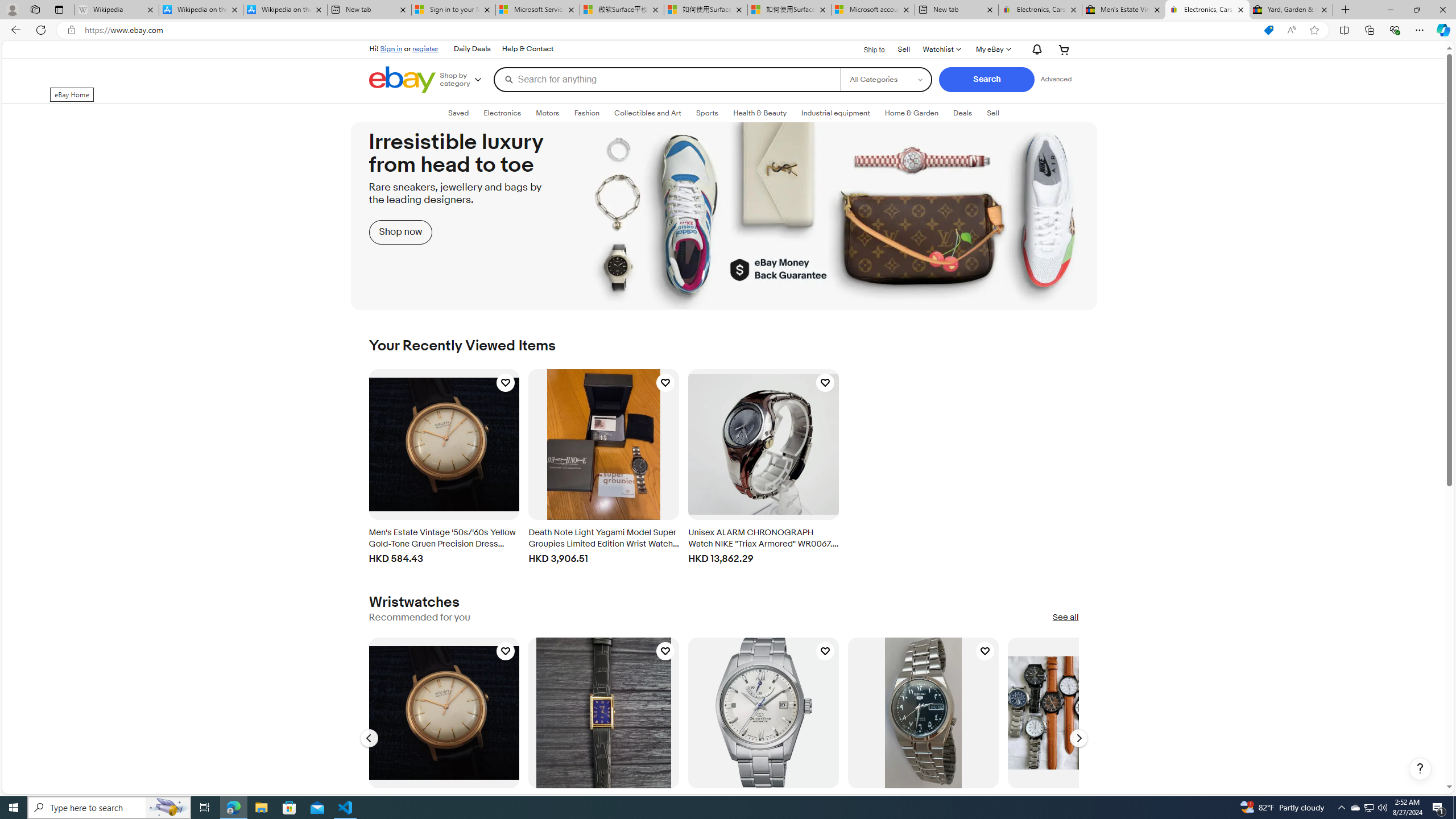 The image size is (1456, 819). Describe the element at coordinates (471, 48) in the screenshot. I see `'Daily Deals'` at that location.